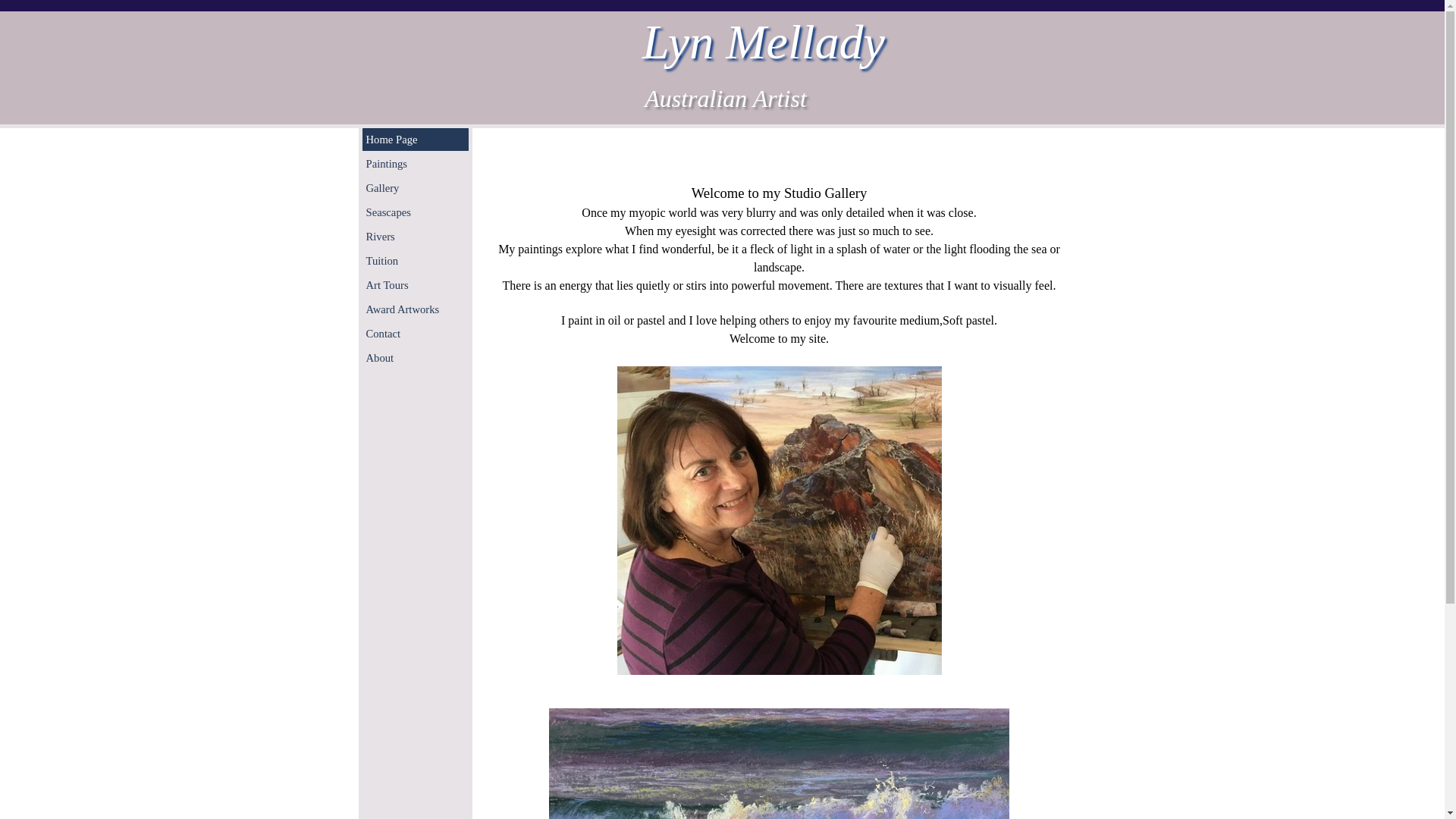  Describe the element at coordinates (415, 237) in the screenshot. I see `'Rivers'` at that location.